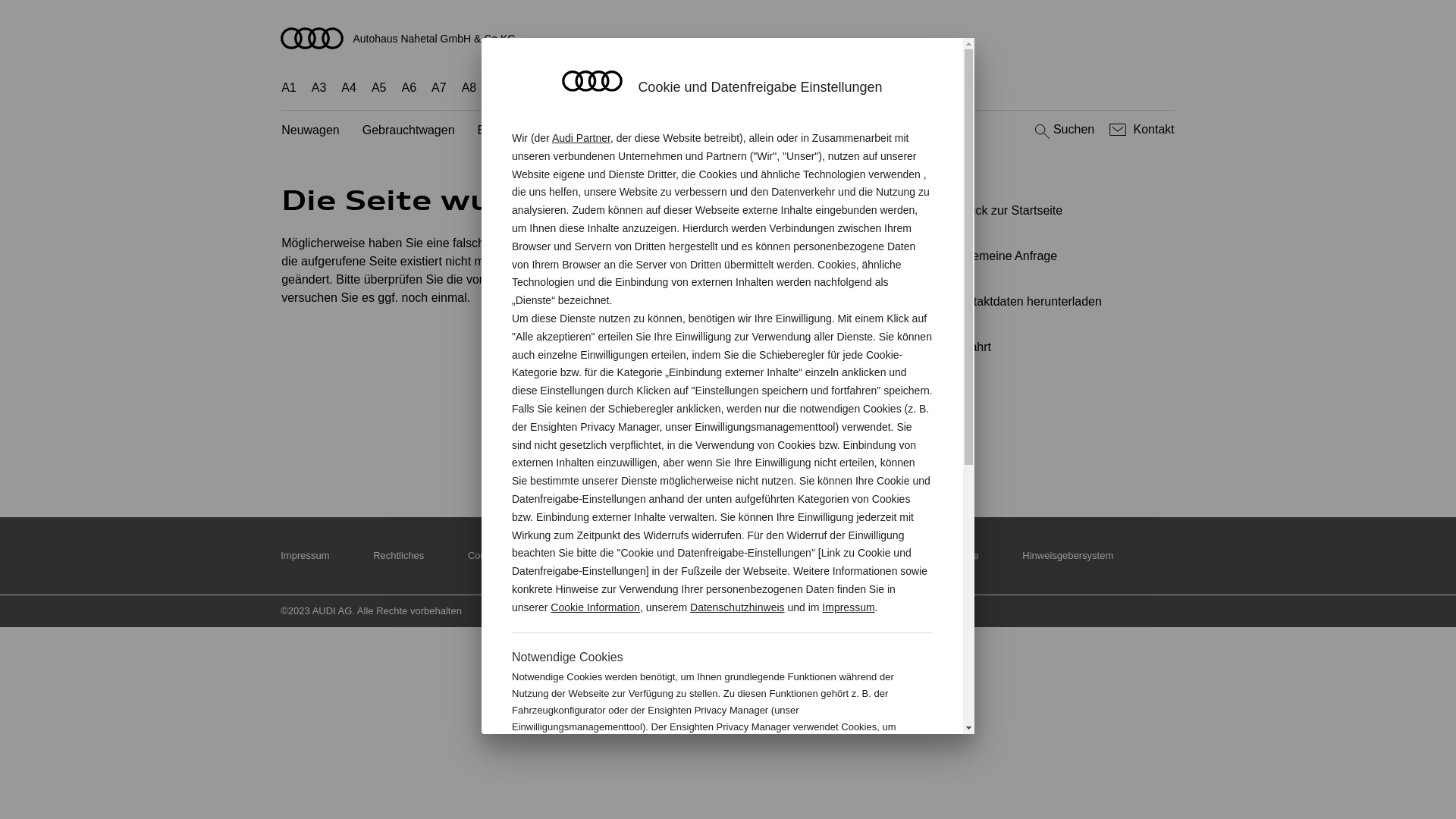 The width and height of the screenshot is (1456, 819). Describe the element at coordinates (690, 87) in the screenshot. I see `'Q8'` at that location.